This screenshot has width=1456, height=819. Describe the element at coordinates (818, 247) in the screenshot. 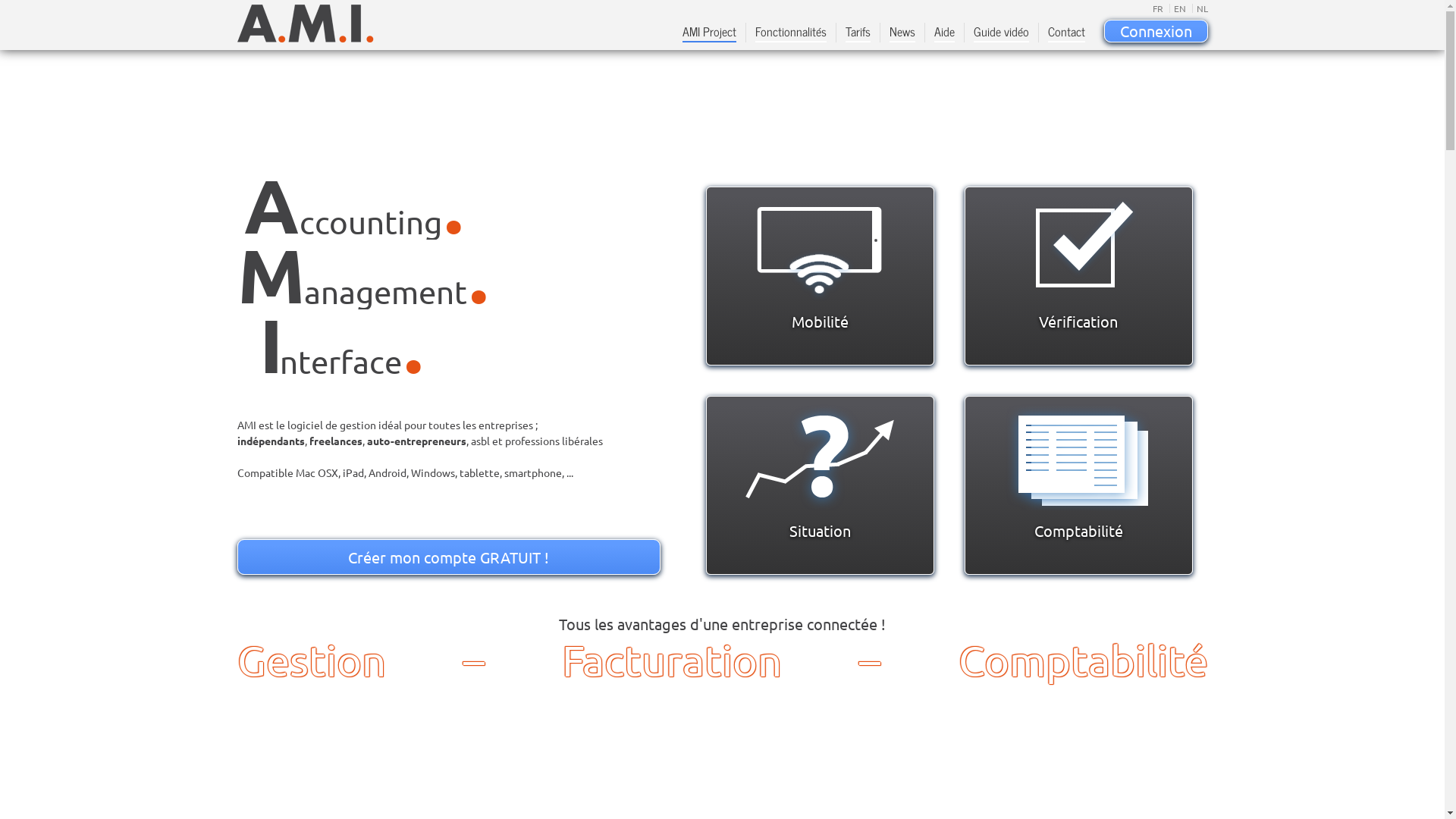

I see `'Vos documents vous suivent partout'` at that location.